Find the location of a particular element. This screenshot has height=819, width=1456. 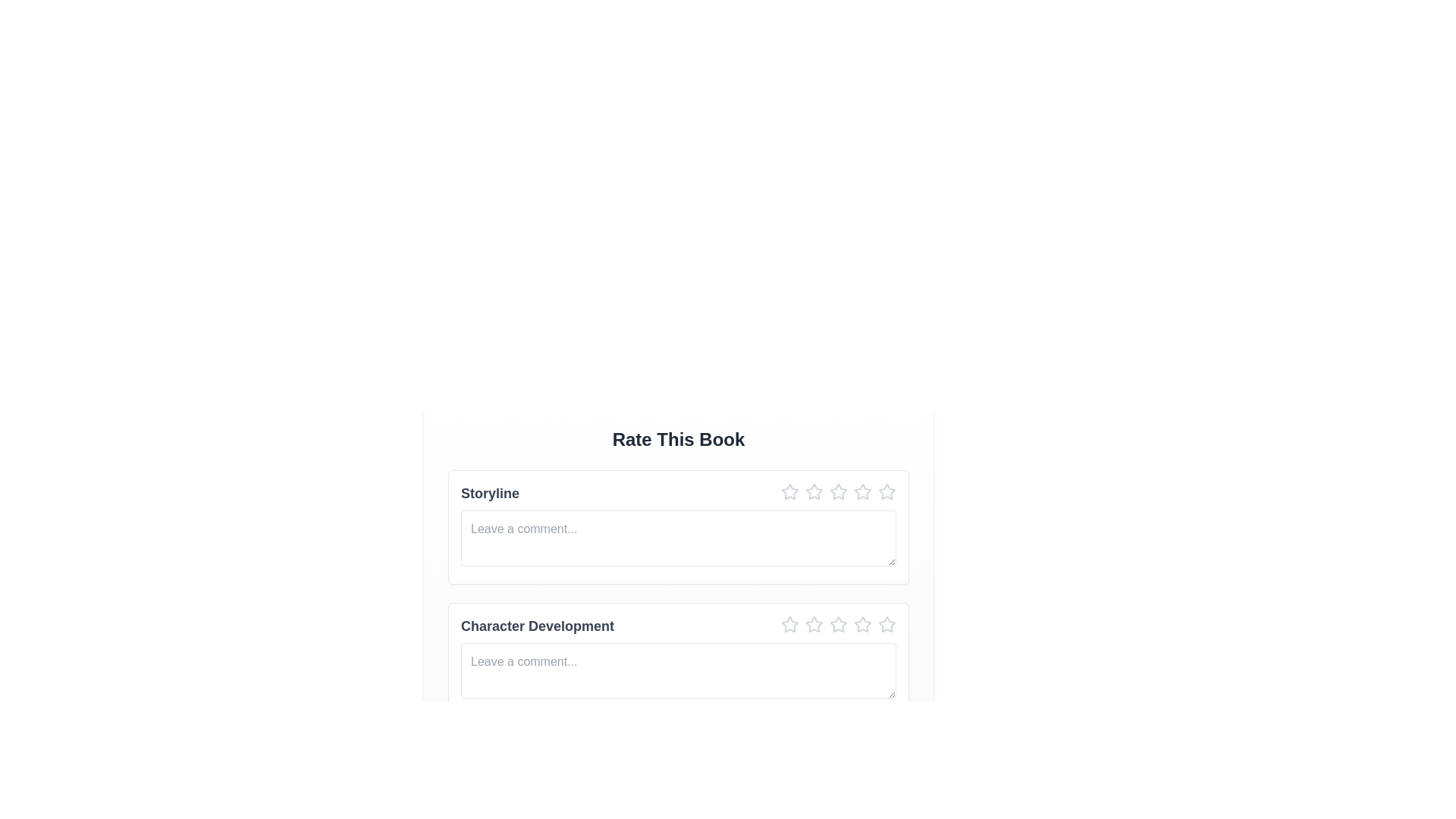

the fifth star-shaped icon in the horizontal row of rating stars under the 'Storyline' section is located at coordinates (862, 491).